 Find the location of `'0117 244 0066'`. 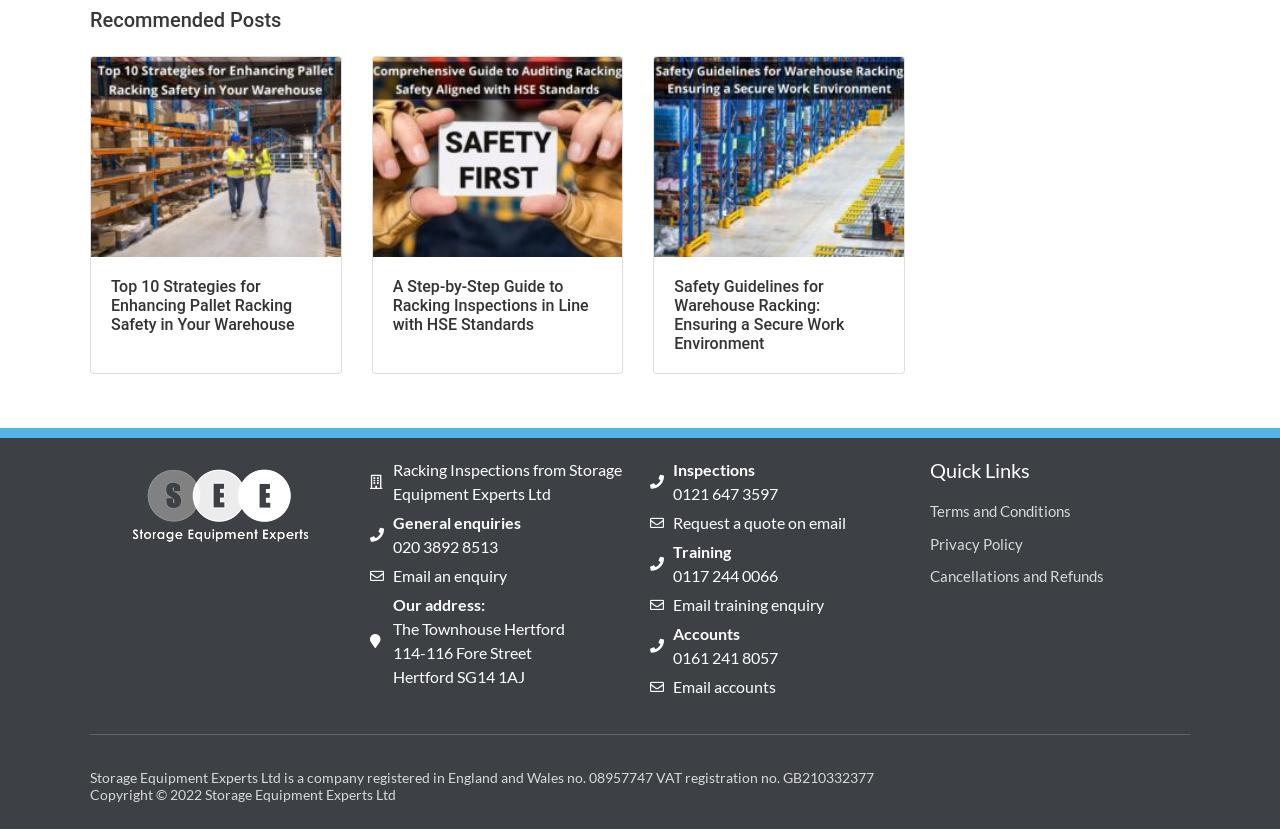

'0117 244 0066' is located at coordinates (723, 574).